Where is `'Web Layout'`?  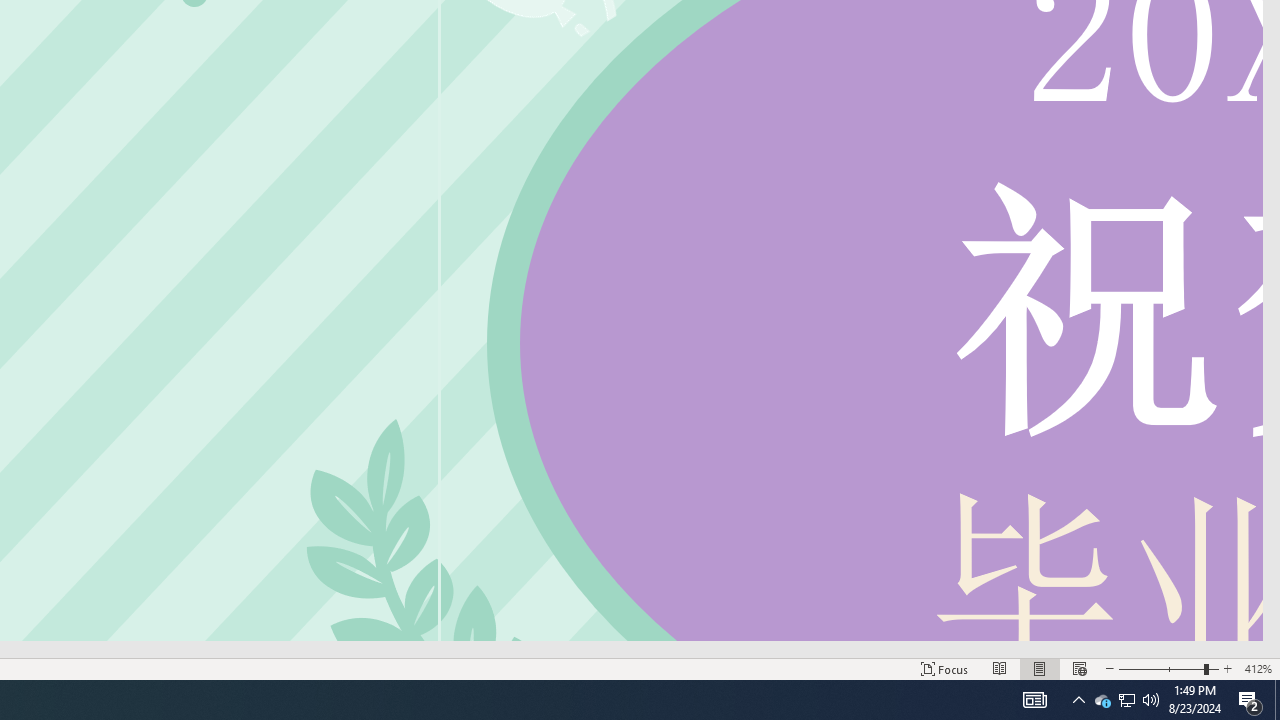 'Web Layout' is located at coordinates (1078, 669).